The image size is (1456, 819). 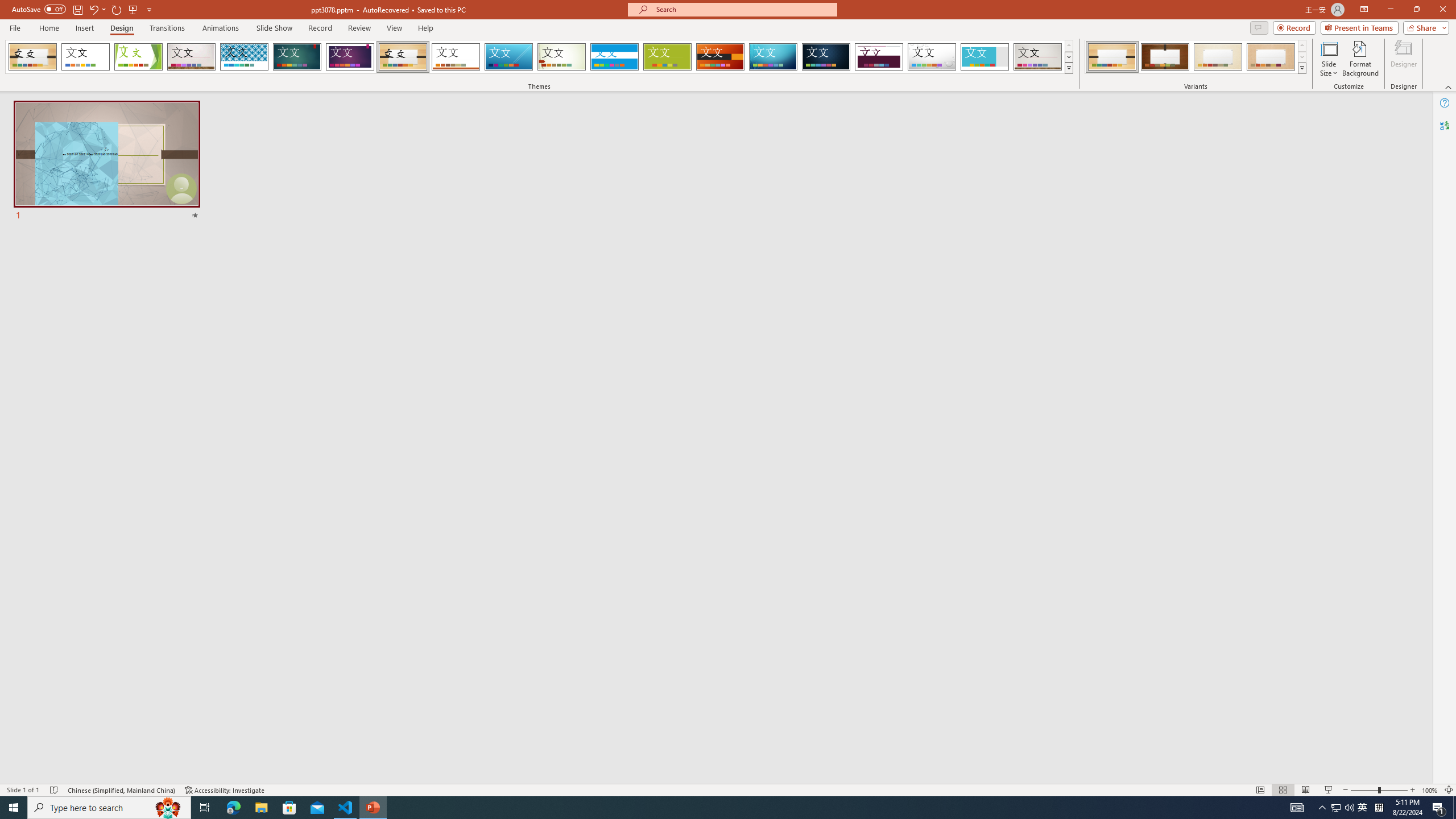 What do you see at coordinates (1069, 67) in the screenshot?
I see `'Themes'` at bounding box center [1069, 67].